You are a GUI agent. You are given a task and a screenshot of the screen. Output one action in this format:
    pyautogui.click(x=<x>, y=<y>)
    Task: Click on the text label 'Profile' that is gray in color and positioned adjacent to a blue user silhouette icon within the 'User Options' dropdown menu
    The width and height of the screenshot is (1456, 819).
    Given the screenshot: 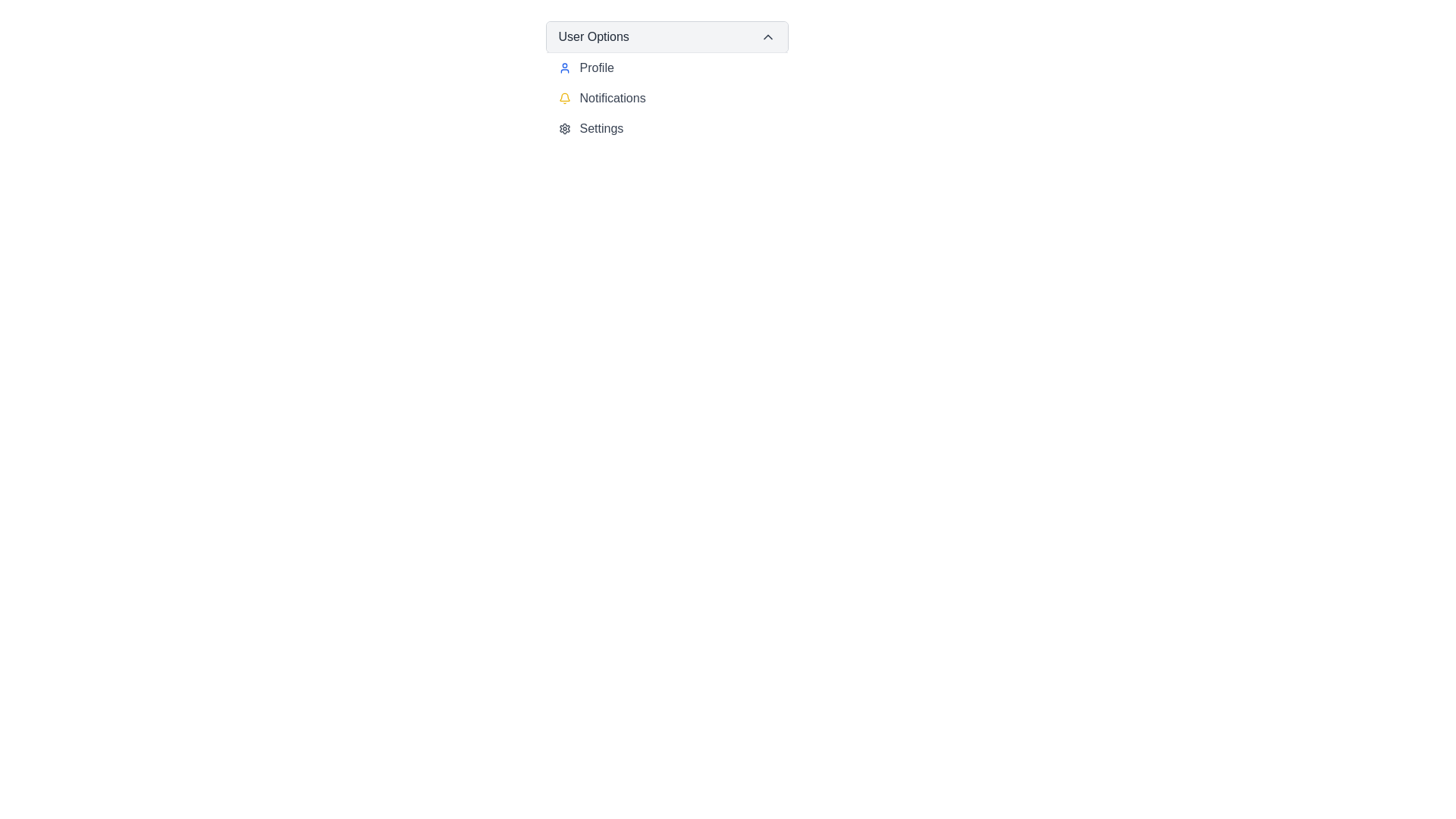 What is the action you would take?
    pyautogui.click(x=596, y=67)
    